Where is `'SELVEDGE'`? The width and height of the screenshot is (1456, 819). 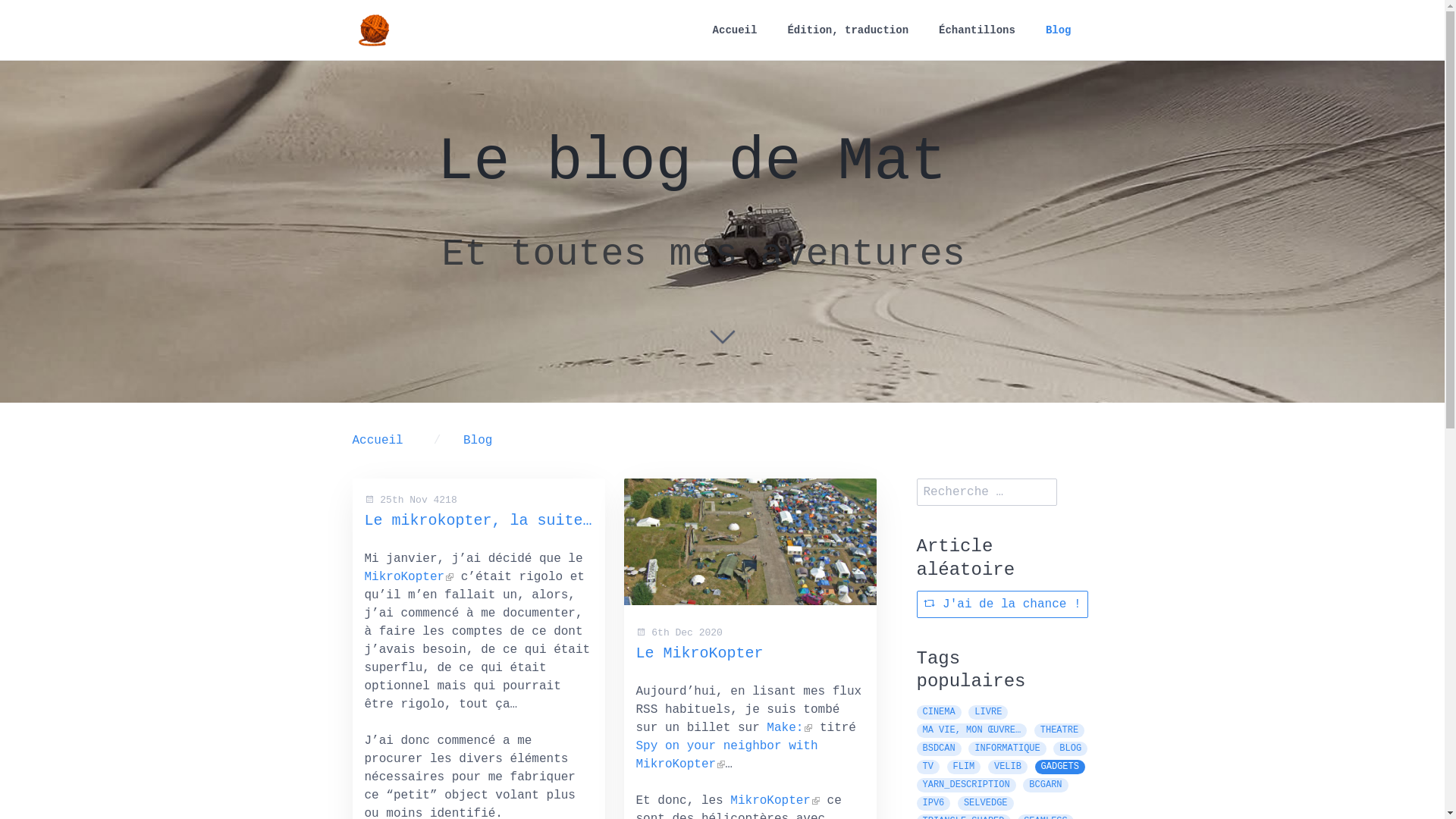
'SELVEDGE' is located at coordinates (986, 802).